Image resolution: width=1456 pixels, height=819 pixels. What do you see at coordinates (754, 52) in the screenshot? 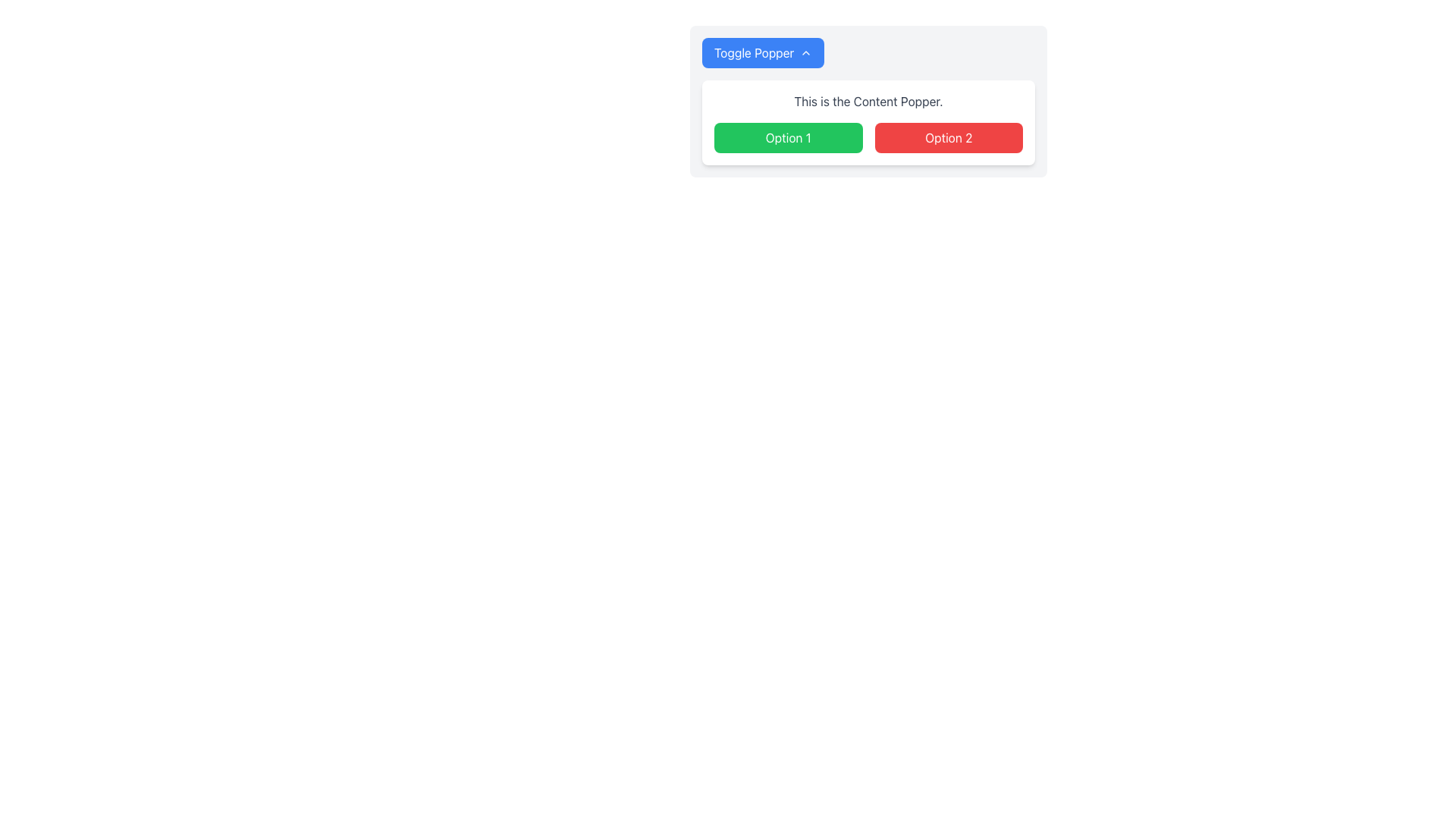
I see `text label 'Toggle Popper' located at the center of the button with a blue background in the top section of the interface` at bounding box center [754, 52].